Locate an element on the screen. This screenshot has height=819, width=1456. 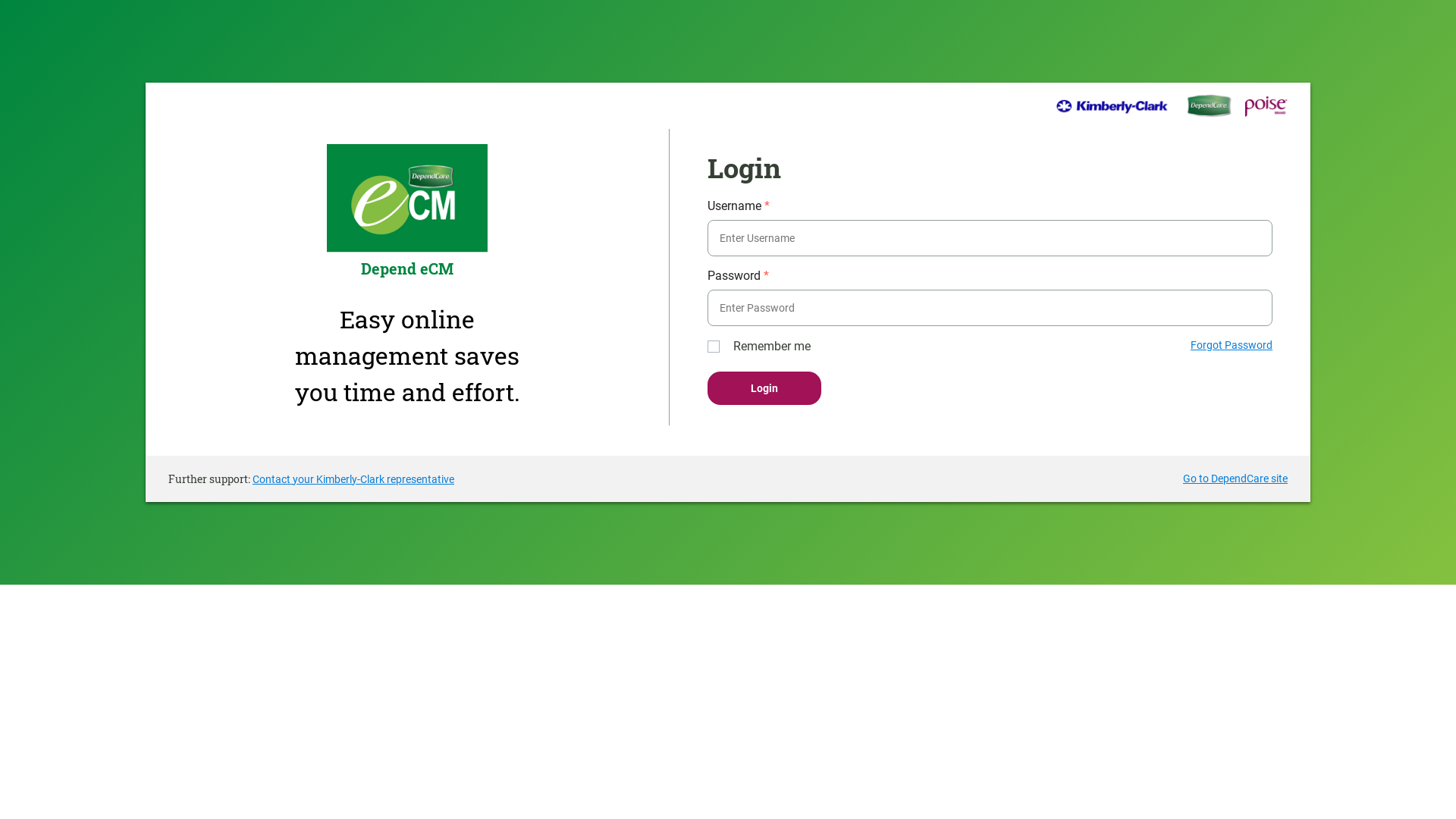
'Go to DependCare site' is located at coordinates (1235, 479).